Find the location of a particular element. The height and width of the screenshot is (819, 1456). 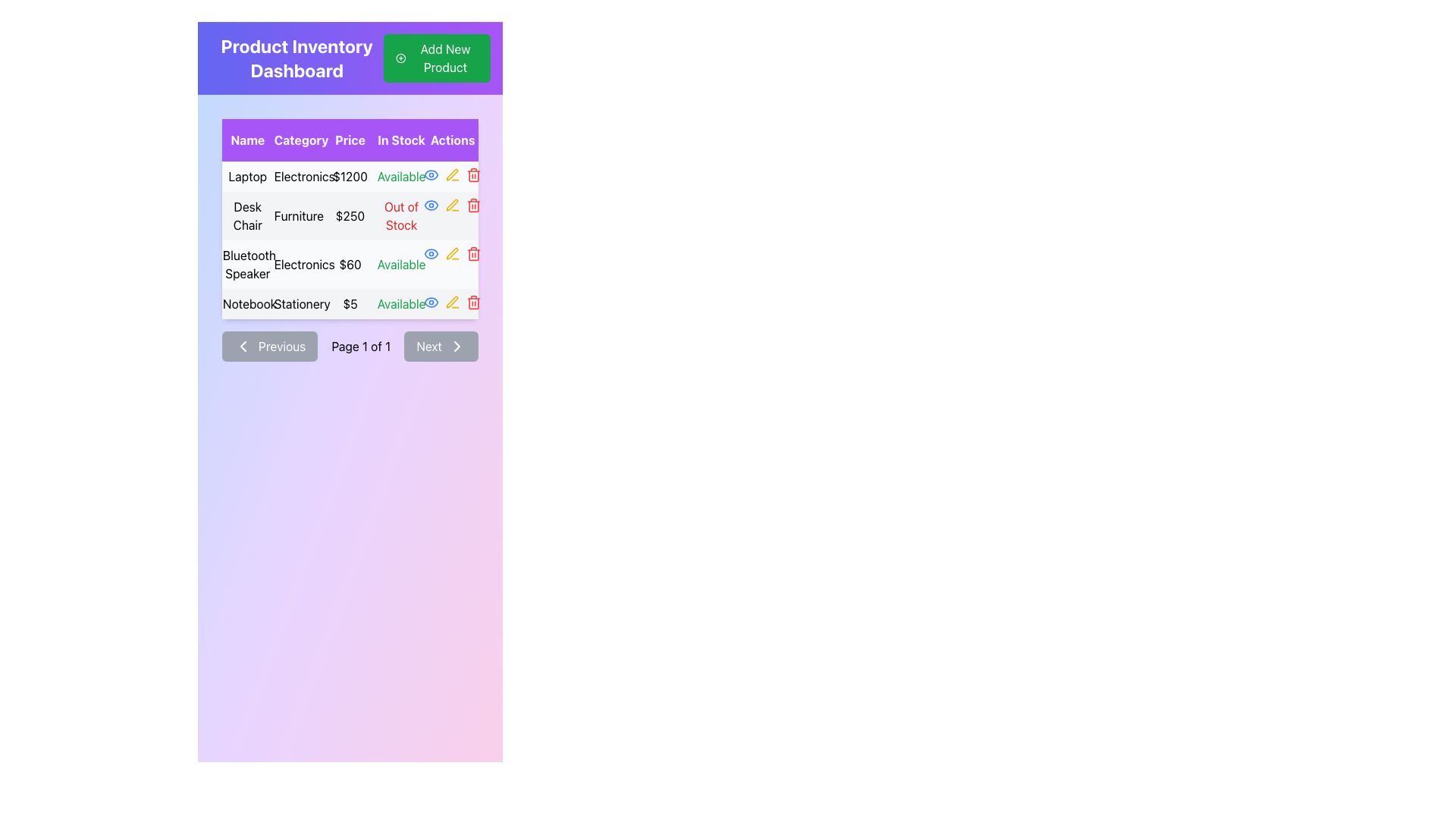

the 'Previous' button located at the bottom-left corner of the pagination controls is located at coordinates (269, 346).